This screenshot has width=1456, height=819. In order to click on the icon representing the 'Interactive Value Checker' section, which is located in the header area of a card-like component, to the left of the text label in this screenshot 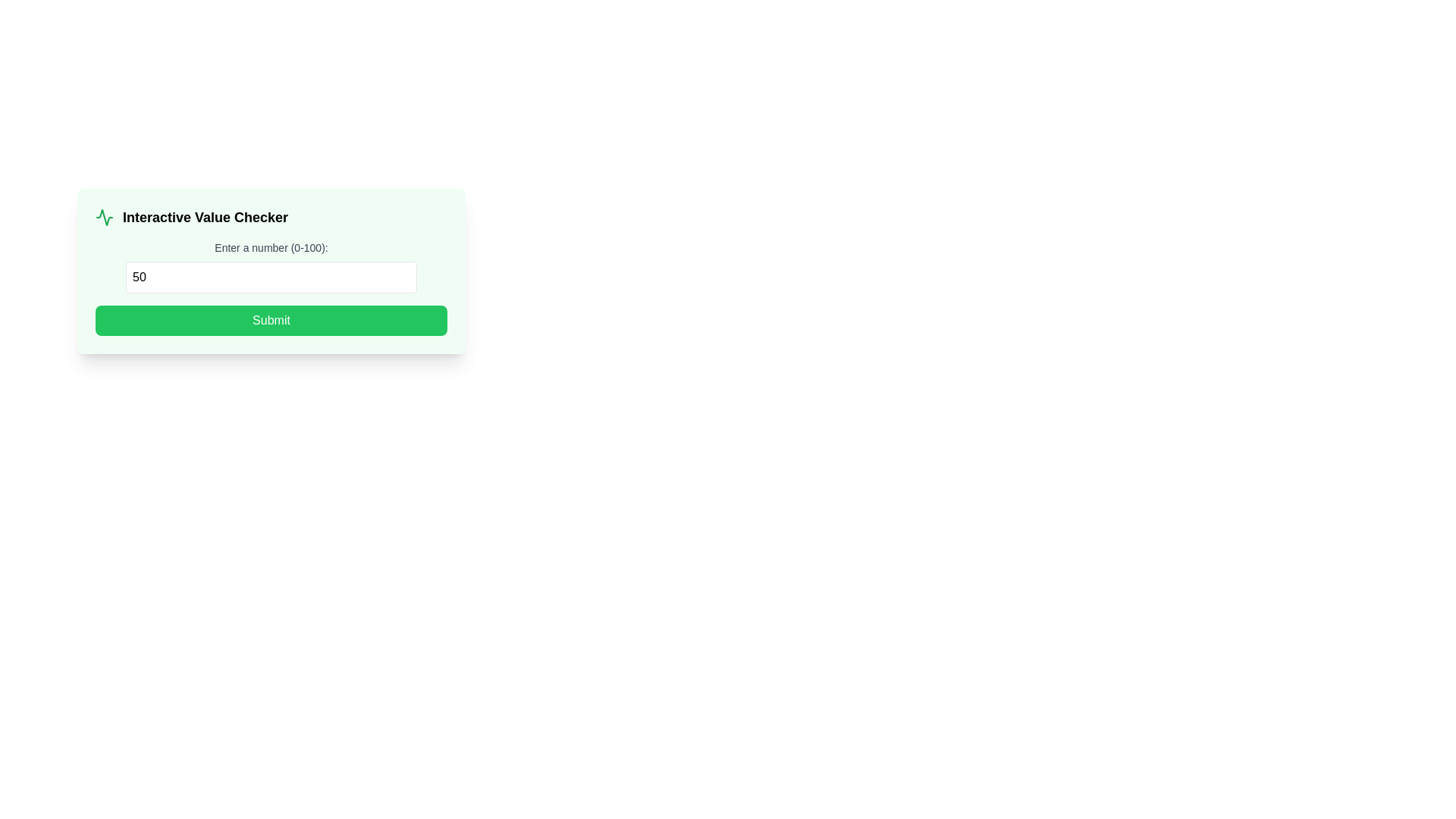, I will do `click(104, 217)`.